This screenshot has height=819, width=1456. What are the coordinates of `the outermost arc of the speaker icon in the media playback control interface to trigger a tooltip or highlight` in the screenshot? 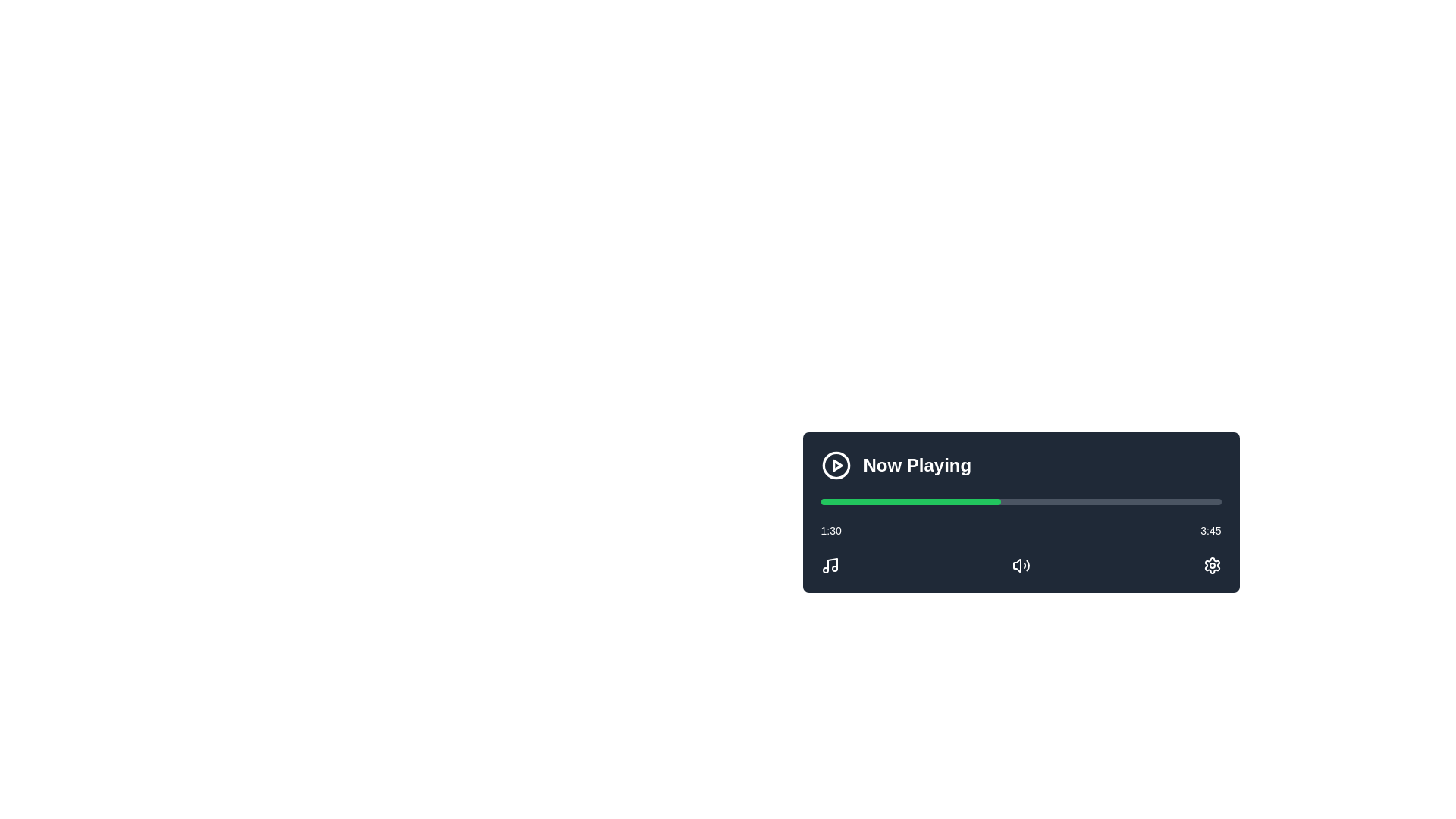 It's located at (1028, 565).